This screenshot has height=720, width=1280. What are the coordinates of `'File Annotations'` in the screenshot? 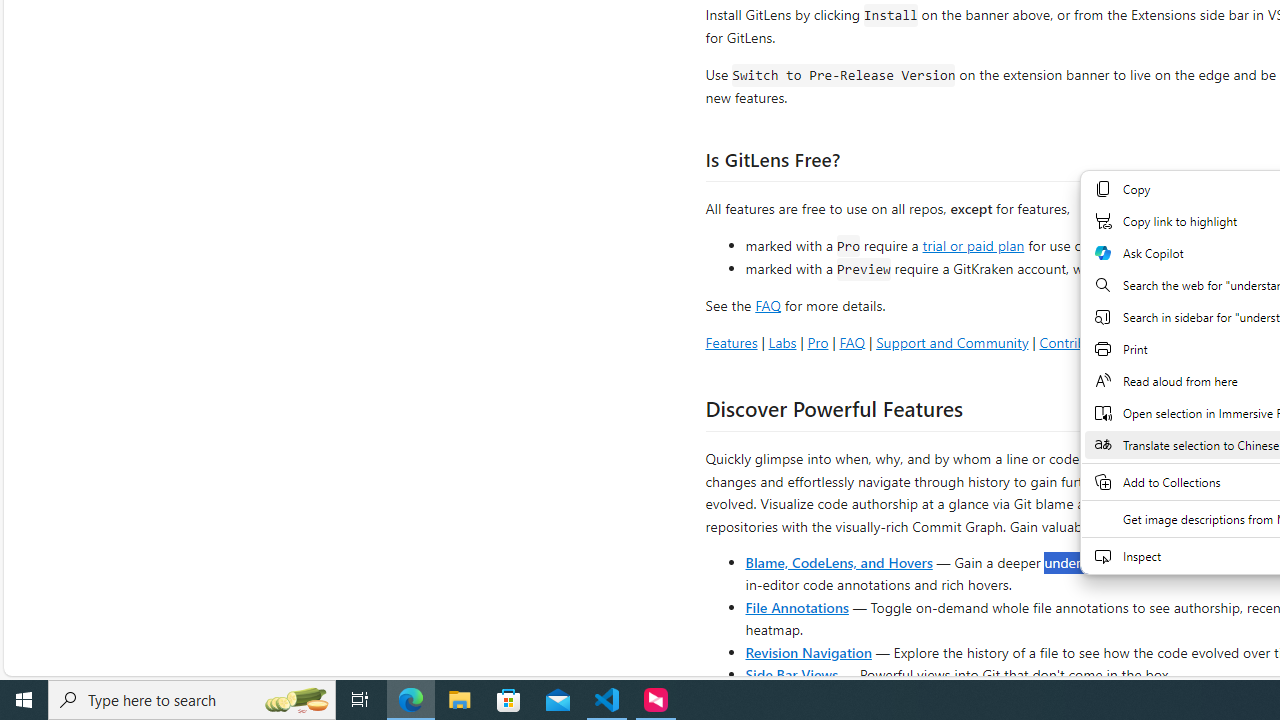 It's located at (795, 605).